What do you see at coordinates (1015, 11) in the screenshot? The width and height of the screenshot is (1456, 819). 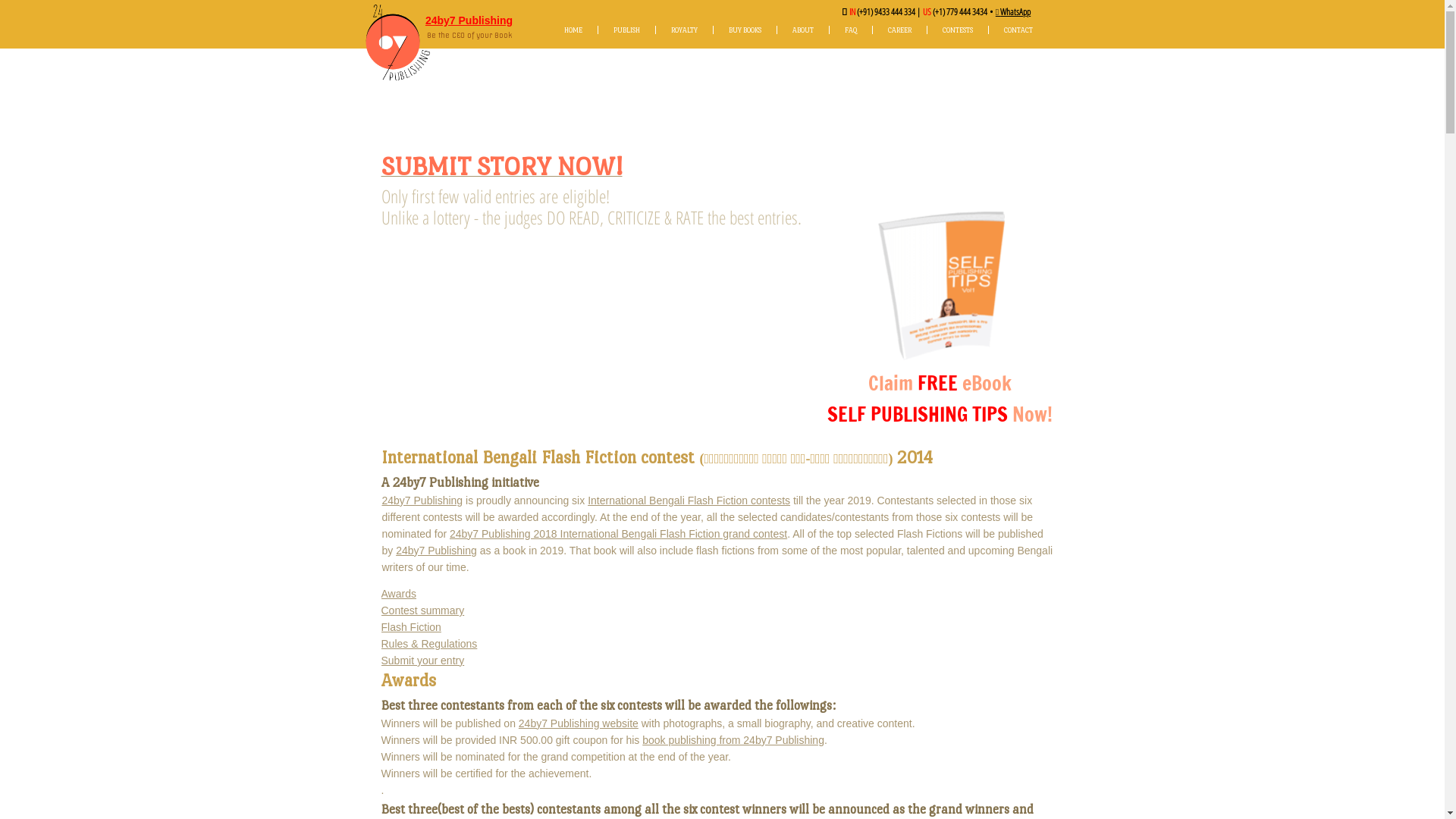 I see `'WhatsApp'` at bounding box center [1015, 11].